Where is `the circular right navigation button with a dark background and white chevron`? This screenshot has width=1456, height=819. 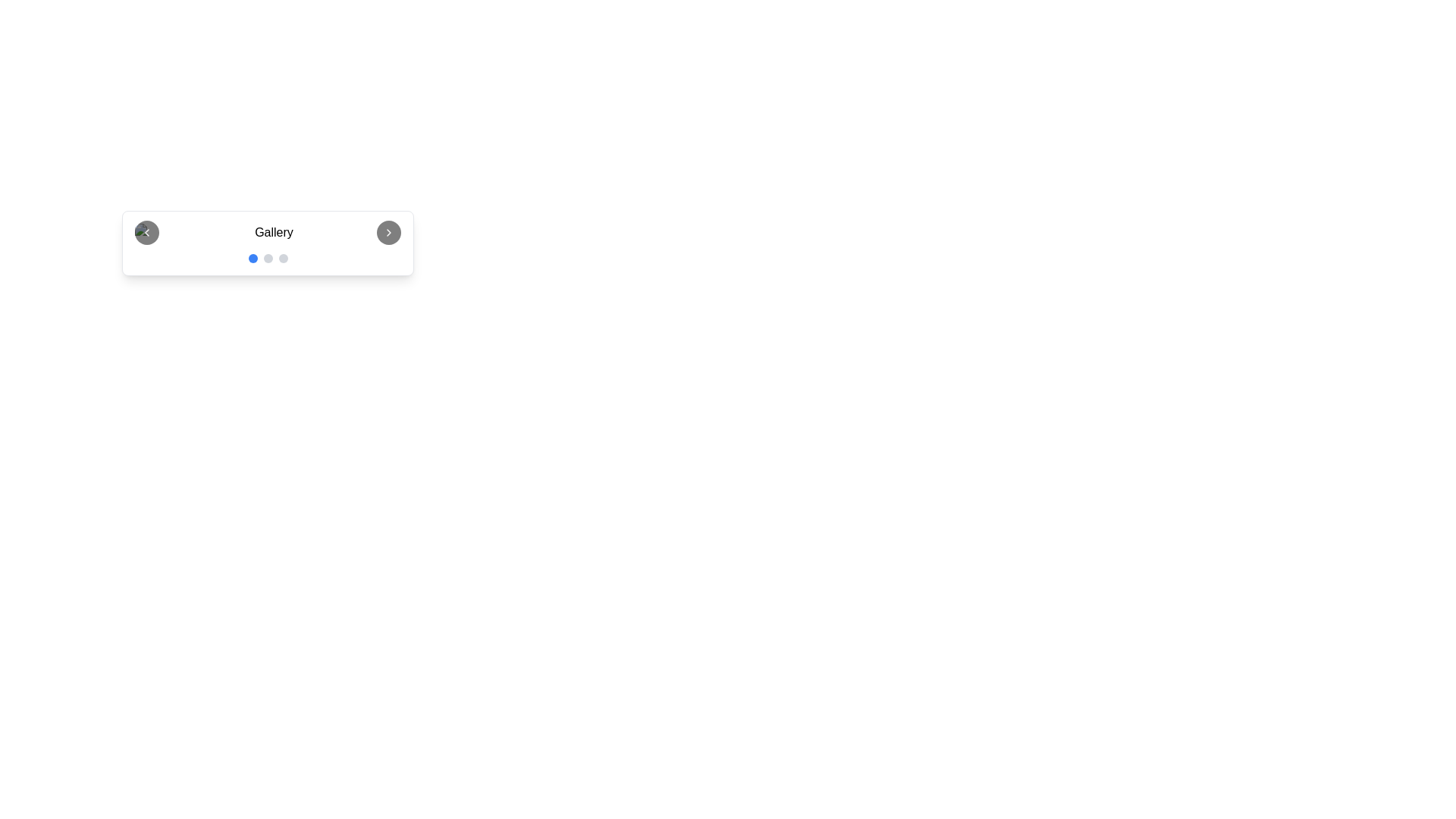 the circular right navigation button with a dark background and white chevron is located at coordinates (389, 233).